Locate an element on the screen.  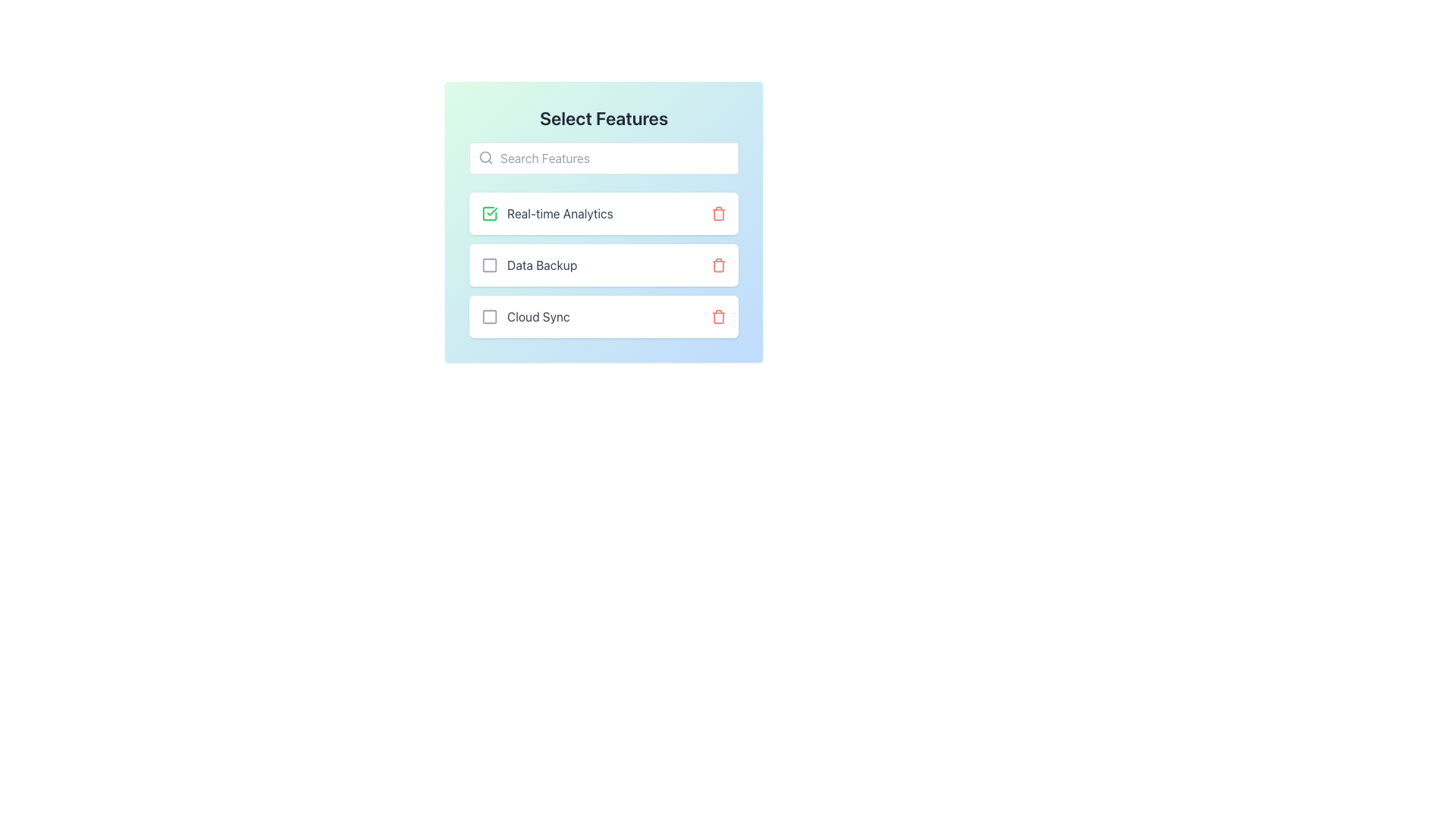
the search icon located on the left side of the search bar, which visually signifies the search functionality of the input field is located at coordinates (486, 158).